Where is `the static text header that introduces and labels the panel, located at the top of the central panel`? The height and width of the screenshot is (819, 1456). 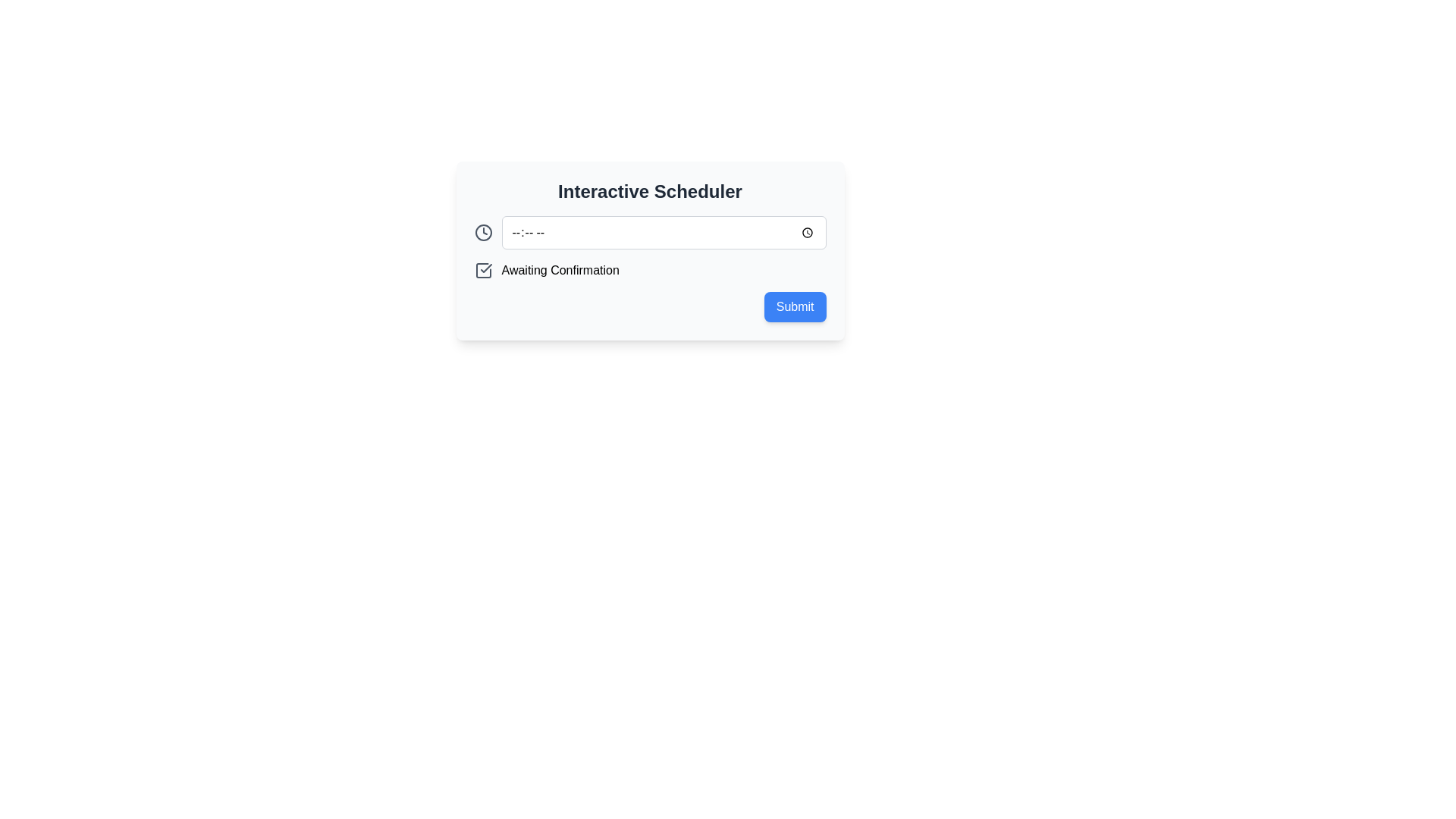
the static text header that introduces and labels the panel, located at the top of the central panel is located at coordinates (650, 191).